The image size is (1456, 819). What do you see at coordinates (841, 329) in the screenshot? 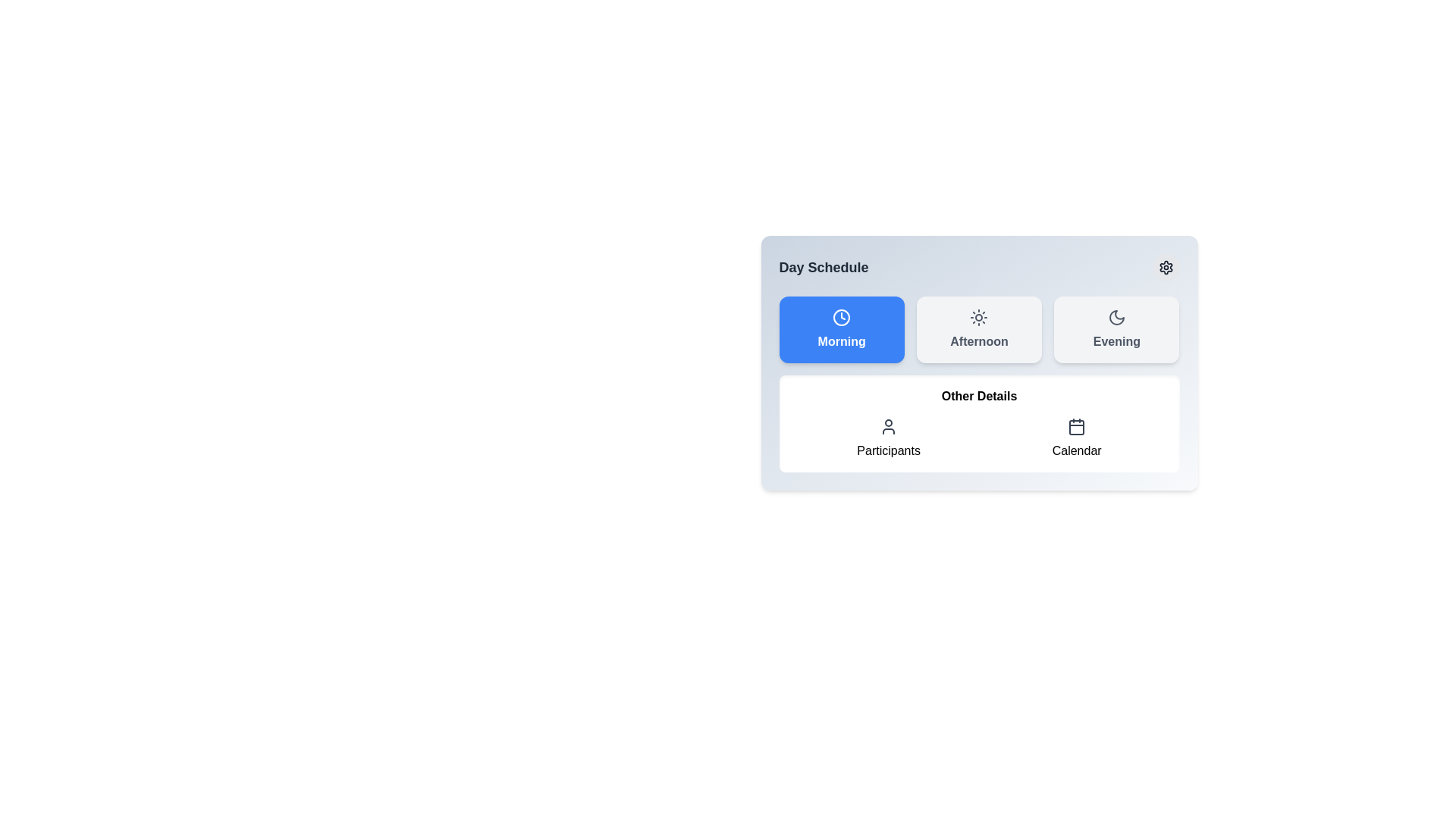
I see `the blue rectangular button with rounded corners containing a white clock icon and the text 'Morning' in bold white font` at bounding box center [841, 329].